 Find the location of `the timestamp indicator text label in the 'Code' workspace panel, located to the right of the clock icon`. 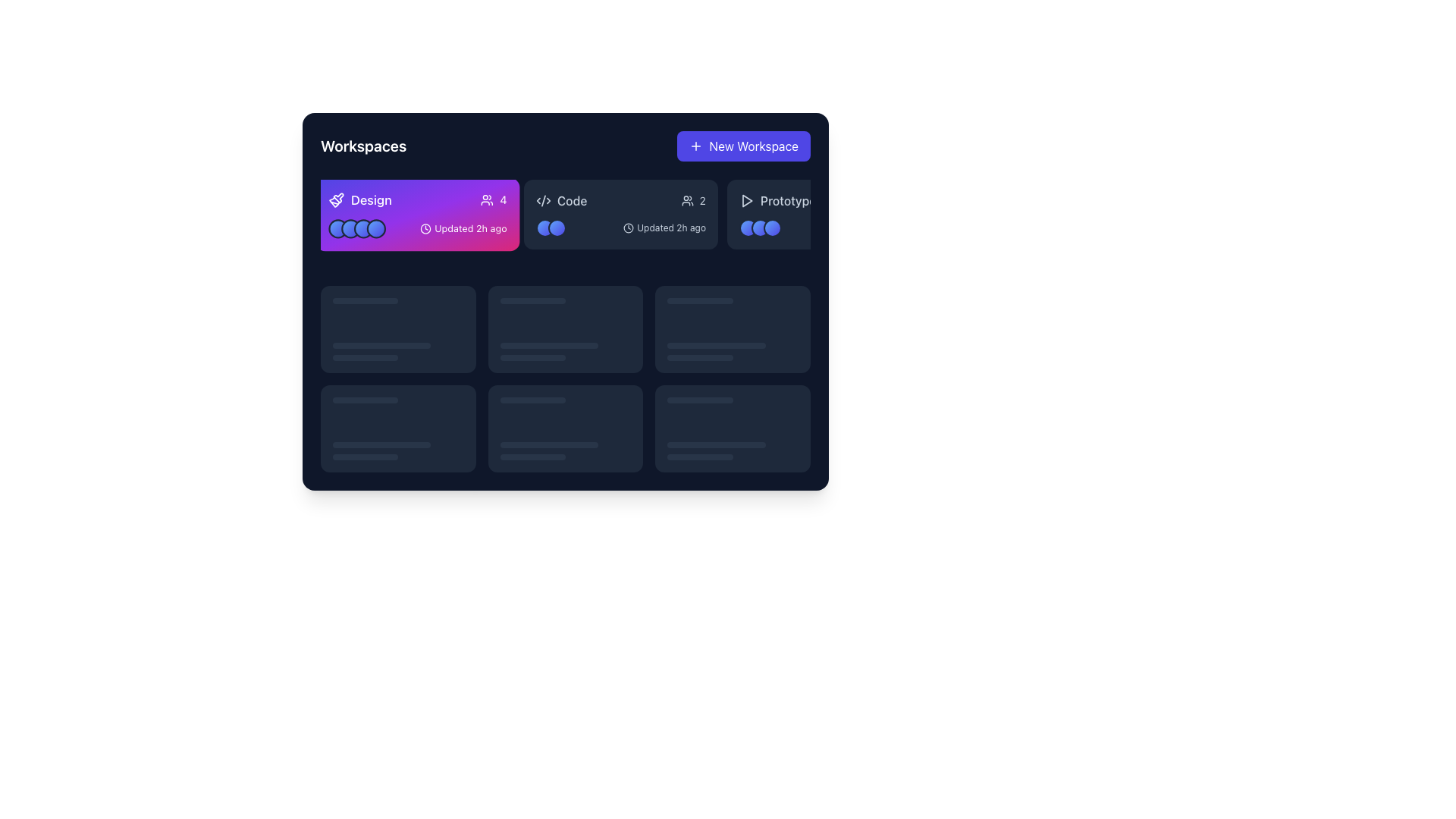

the timestamp indicator text label in the 'Code' workspace panel, located to the right of the clock icon is located at coordinates (670, 227).